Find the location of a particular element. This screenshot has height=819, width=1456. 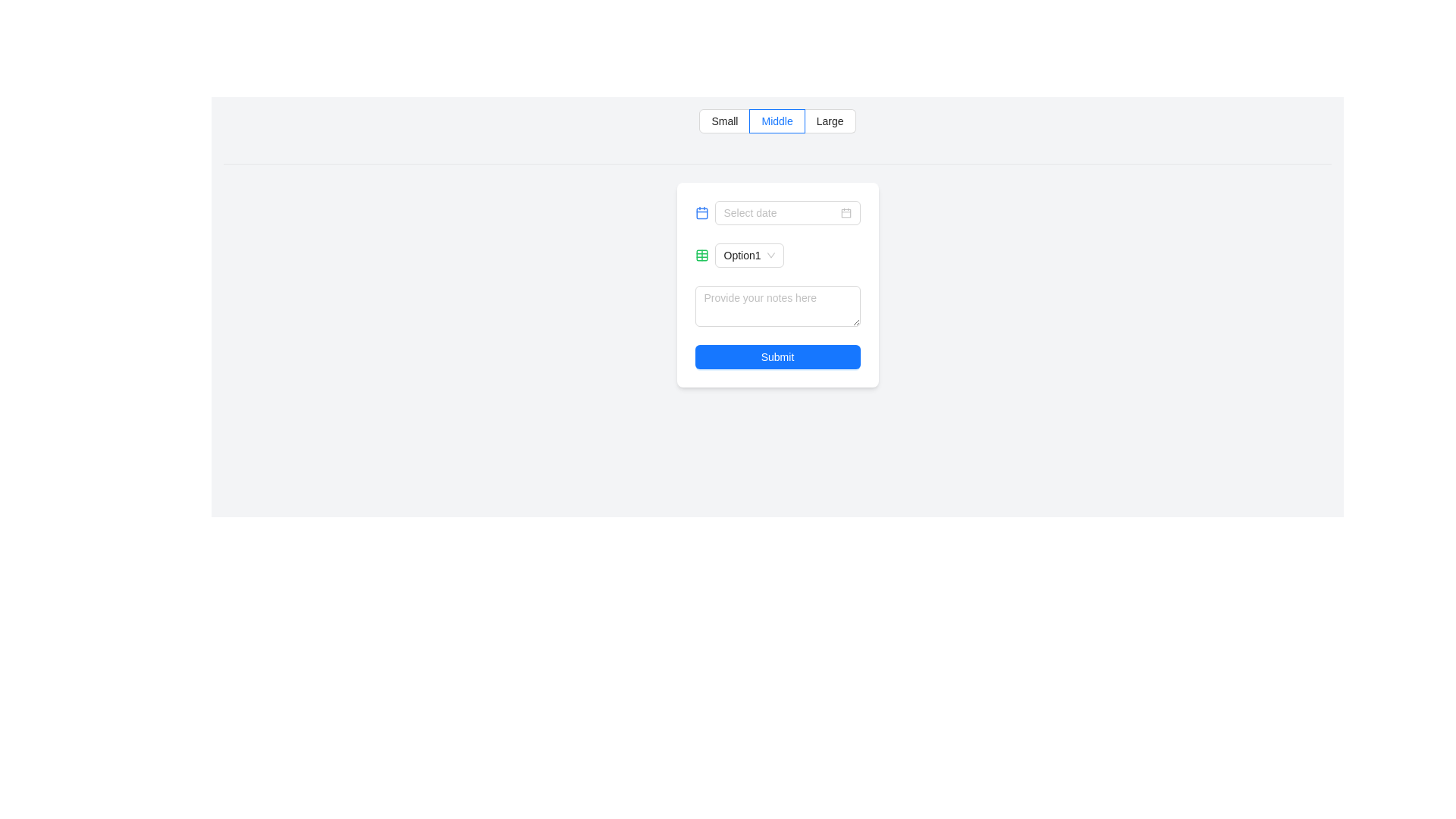

the text input field with a light gray border and rounded corners, which has the placeholder text 'Provide your notes here', to focus and type is located at coordinates (777, 306).